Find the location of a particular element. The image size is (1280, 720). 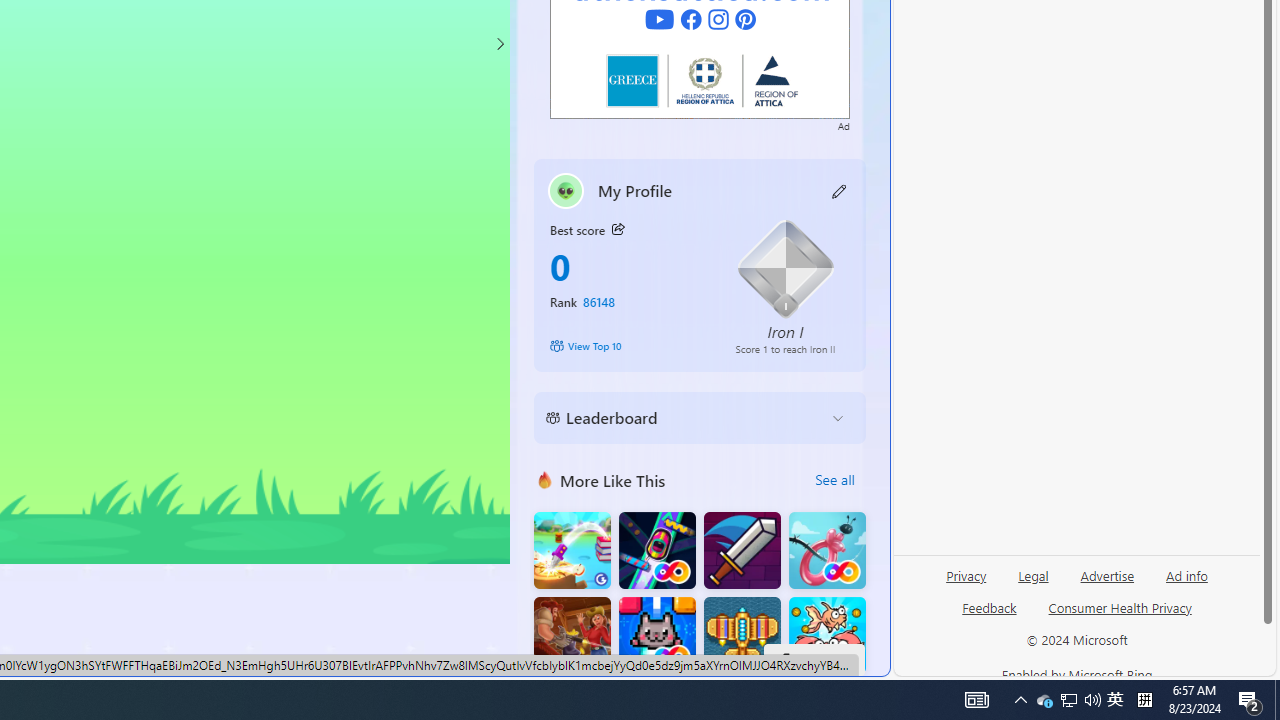

'Knife Flip' is located at coordinates (571, 550).